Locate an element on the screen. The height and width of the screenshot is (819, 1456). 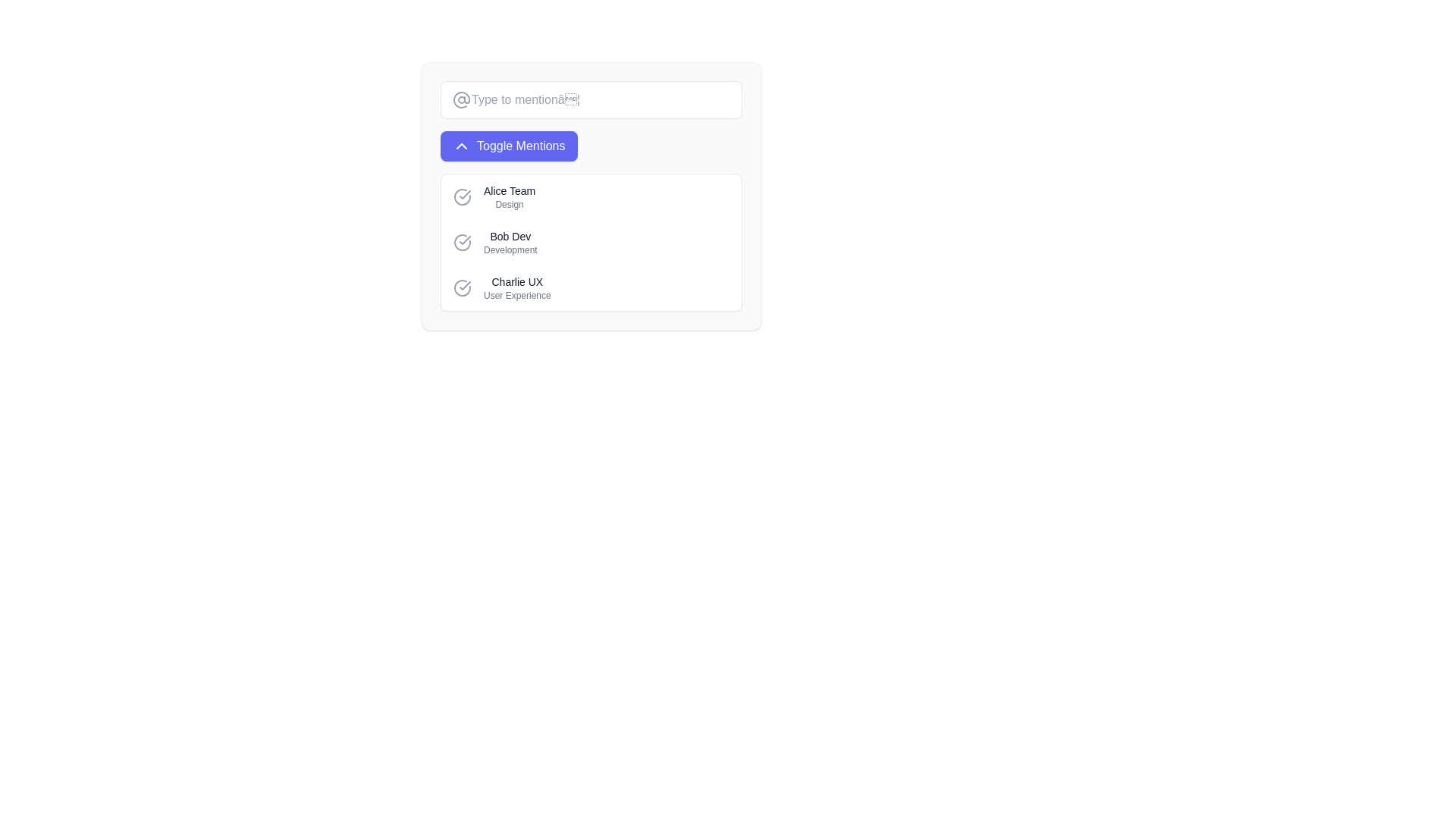
the 'Charlie UX' text label grouped element located under the 'Toggle Mentions' dropdown menu is located at coordinates (517, 288).